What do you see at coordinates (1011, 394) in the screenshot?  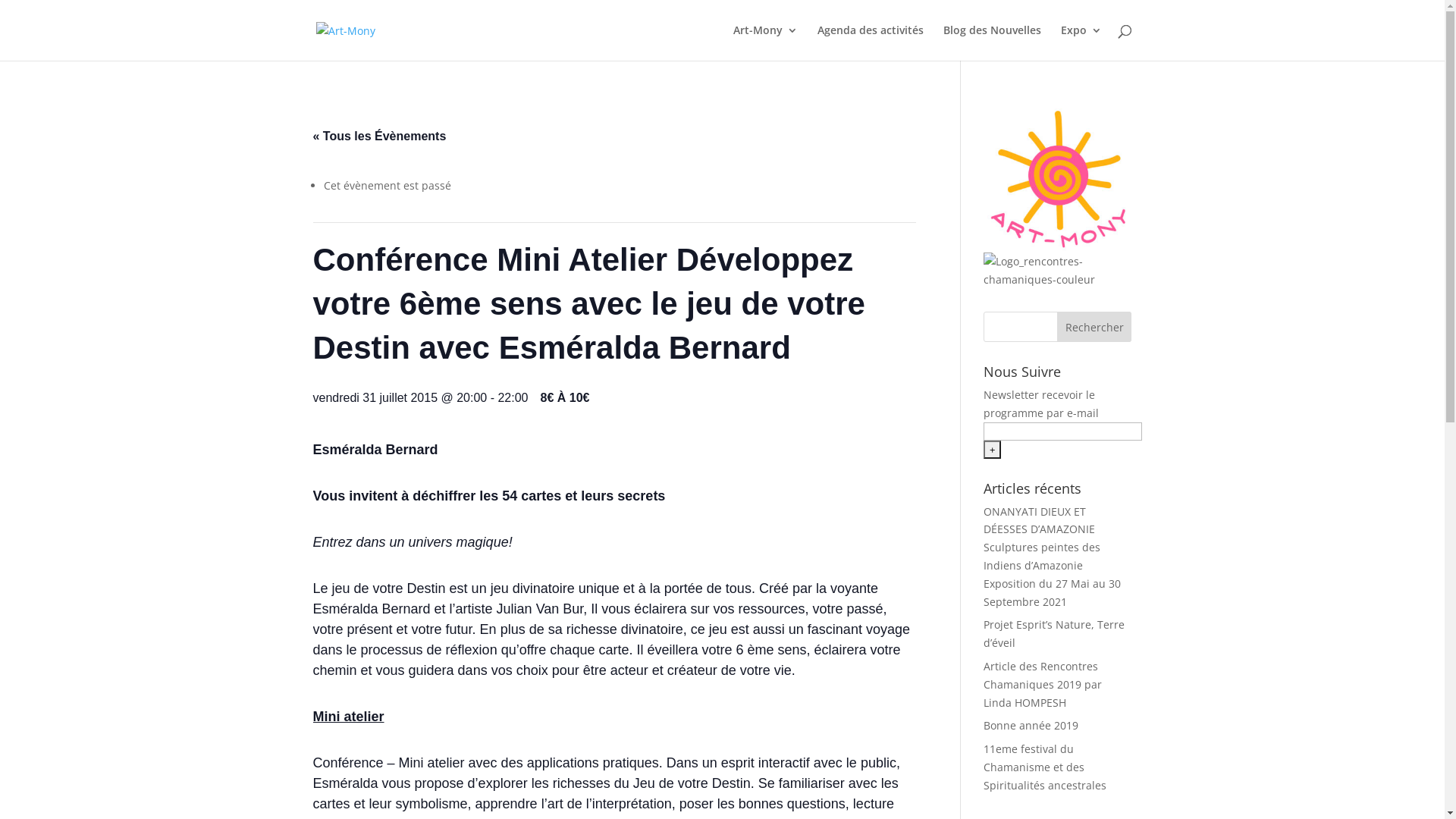 I see `'Newsletter'` at bounding box center [1011, 394].